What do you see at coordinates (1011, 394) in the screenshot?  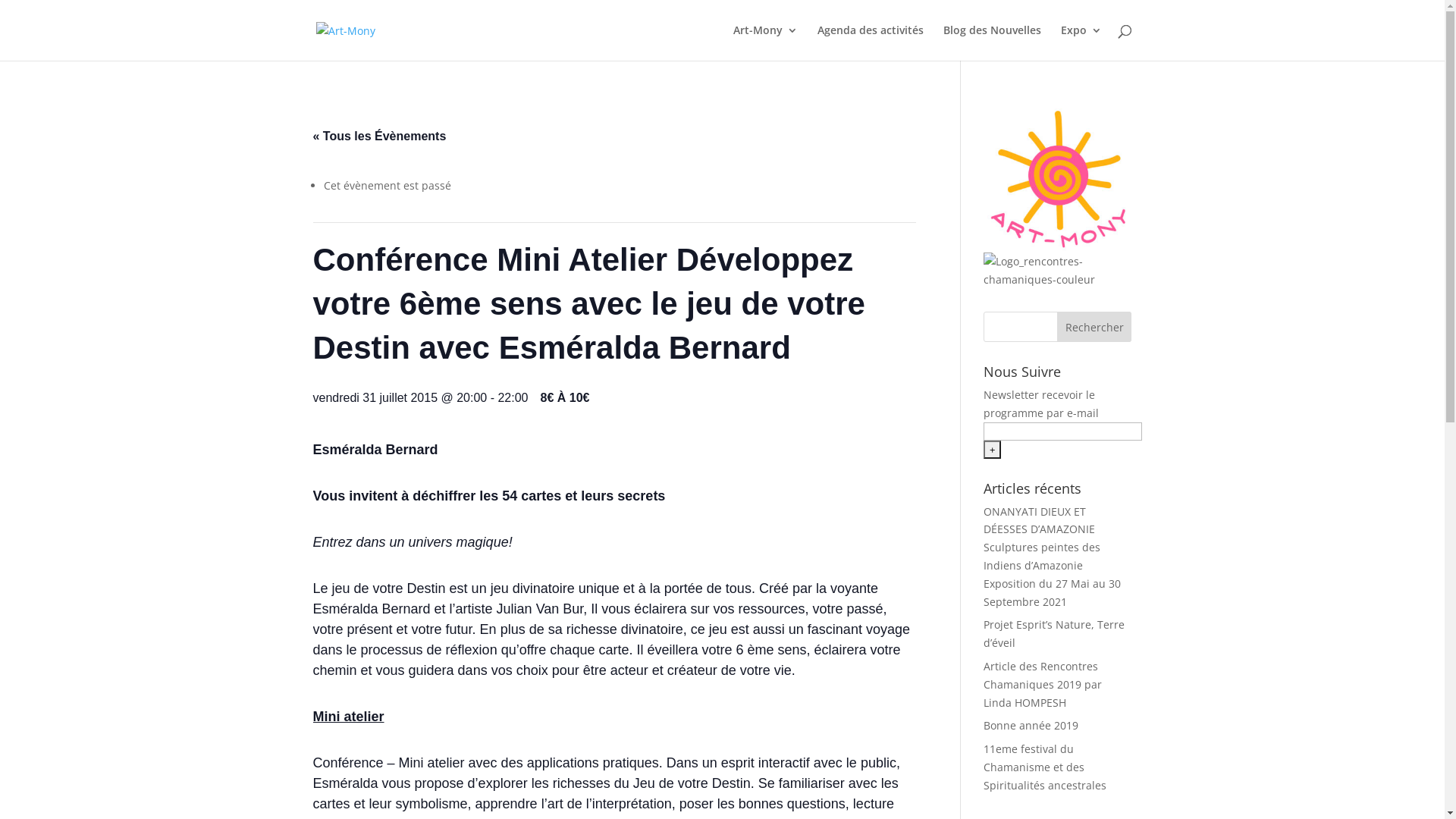 I see `'Newsletter'` at bounding box center [1011, 394].